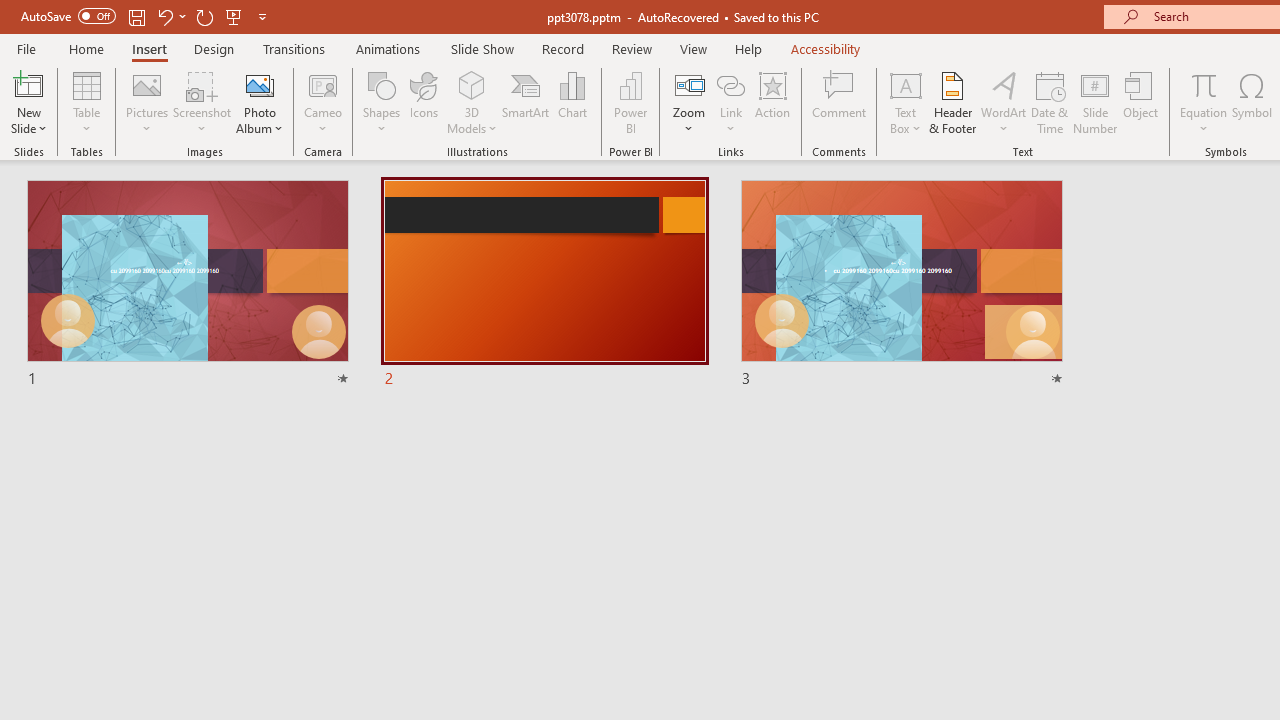  I want to click on 'New Slide', so click(28, 84).